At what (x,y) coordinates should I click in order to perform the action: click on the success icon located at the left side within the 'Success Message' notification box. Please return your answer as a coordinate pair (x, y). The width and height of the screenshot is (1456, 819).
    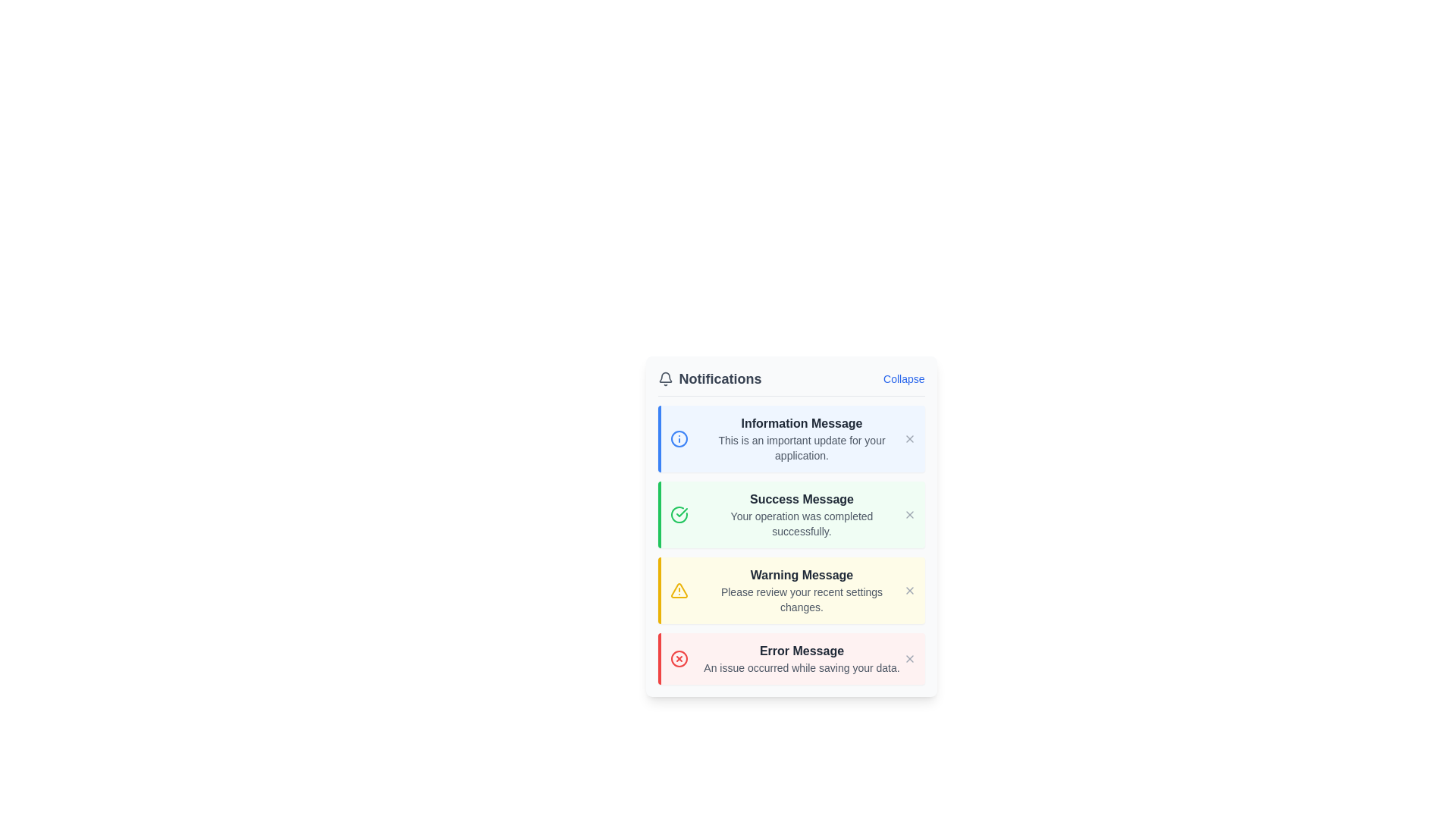
    Looking at the image, I should click on (678, 513).